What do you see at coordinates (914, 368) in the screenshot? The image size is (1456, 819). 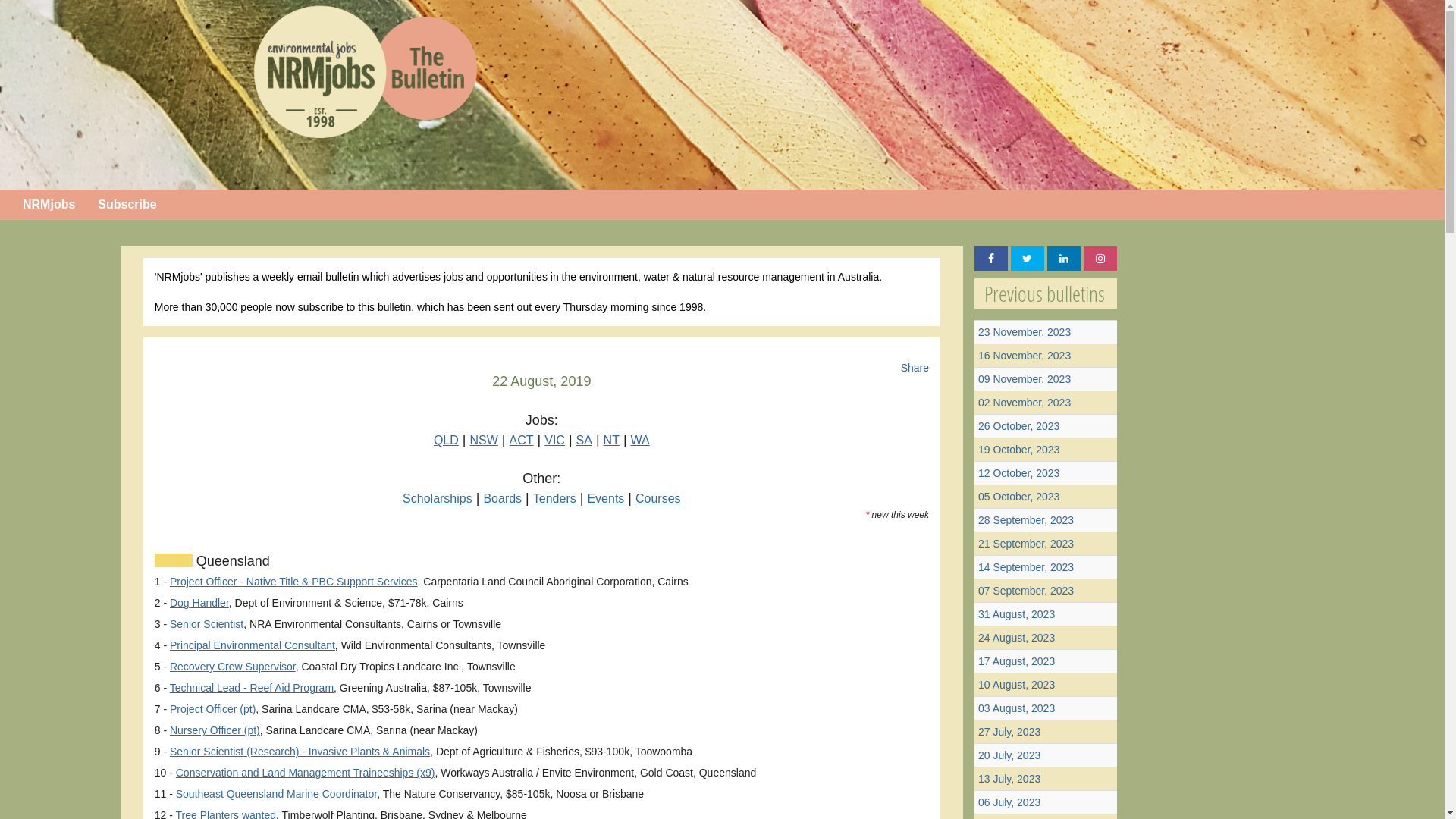 I see `'Share'` at bounding box center [914, 368].